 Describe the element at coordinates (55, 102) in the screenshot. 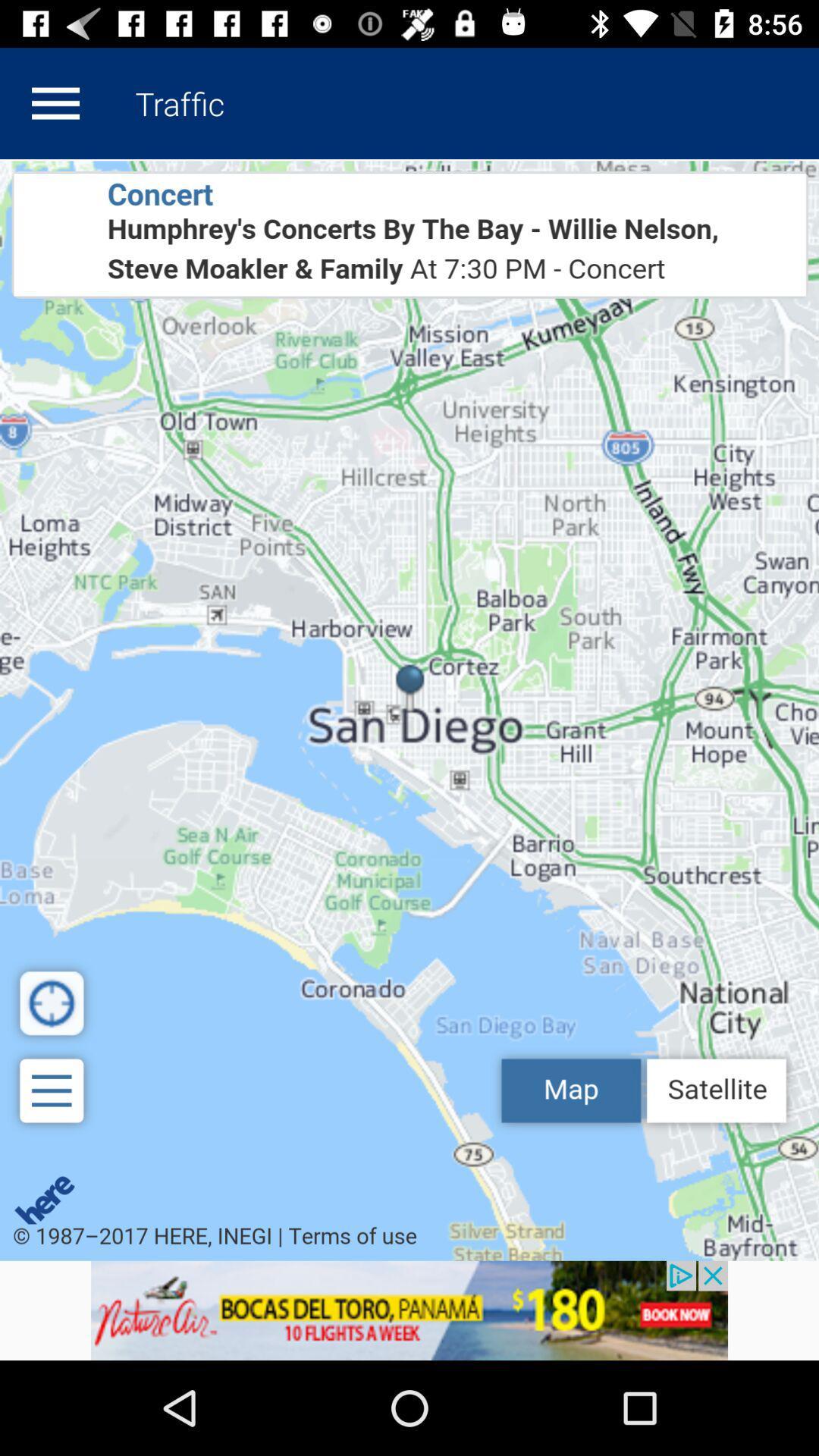

I see `the menu icon` at that location.